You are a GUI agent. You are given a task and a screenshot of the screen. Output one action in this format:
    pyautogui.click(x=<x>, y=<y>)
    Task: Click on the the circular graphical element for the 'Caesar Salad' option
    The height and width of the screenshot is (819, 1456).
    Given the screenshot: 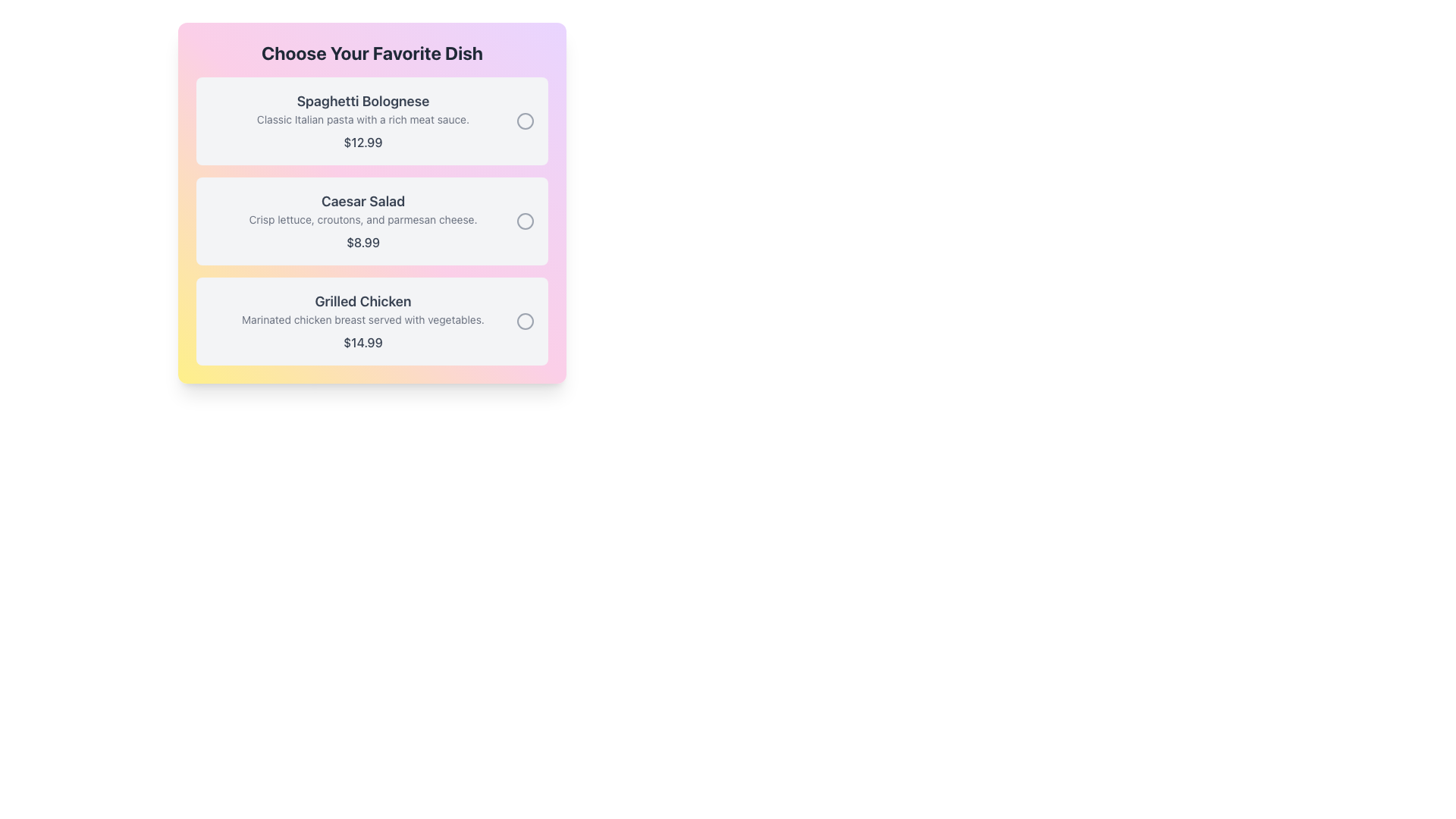 What is the action you would take?
    pyautogui.click(x=525, y=221)
    